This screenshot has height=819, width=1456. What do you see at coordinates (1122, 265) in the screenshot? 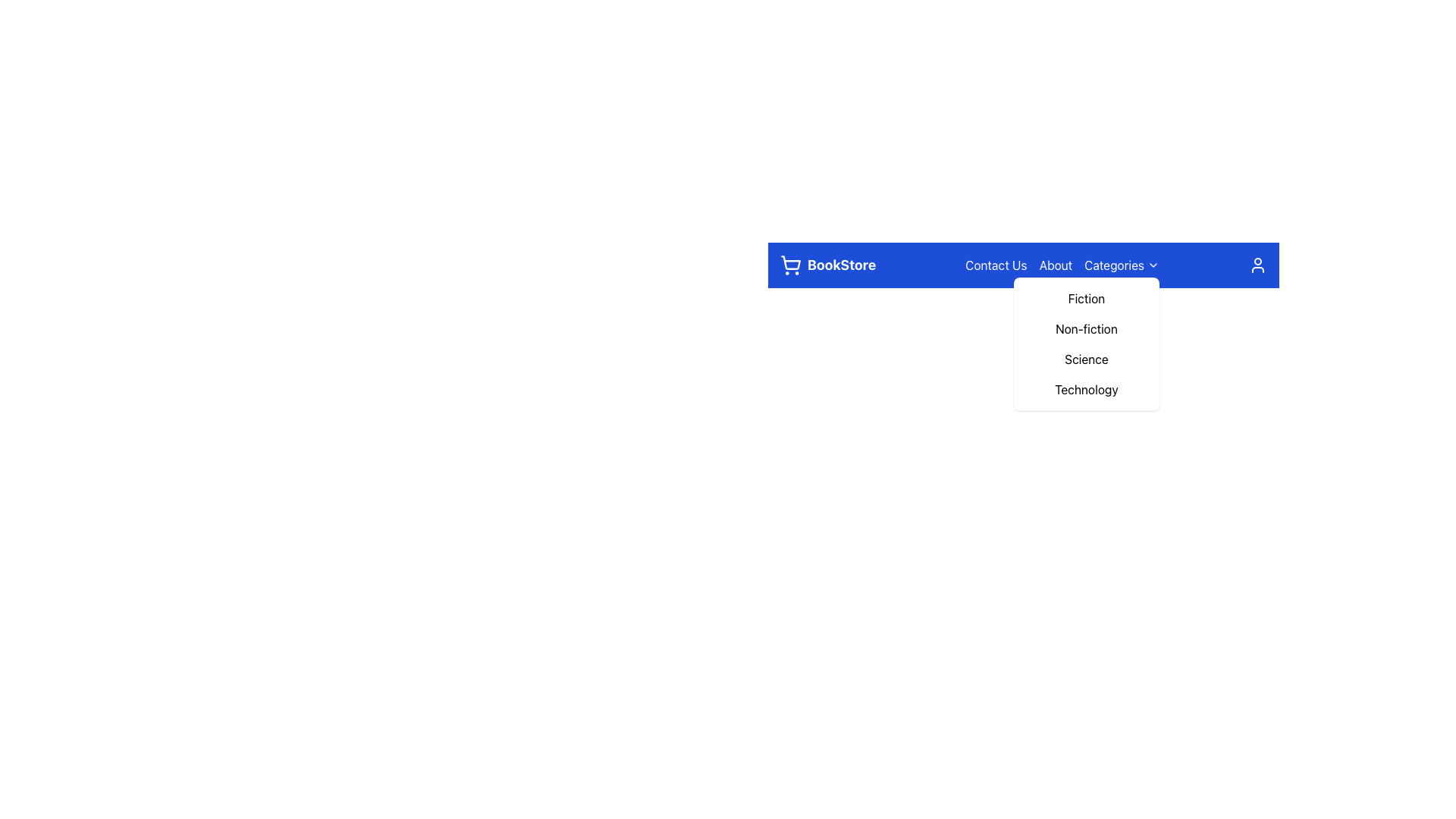
I see `the 'Categories' dropdown menu on the blue navigation bar` at bounding box center [1122, 265].